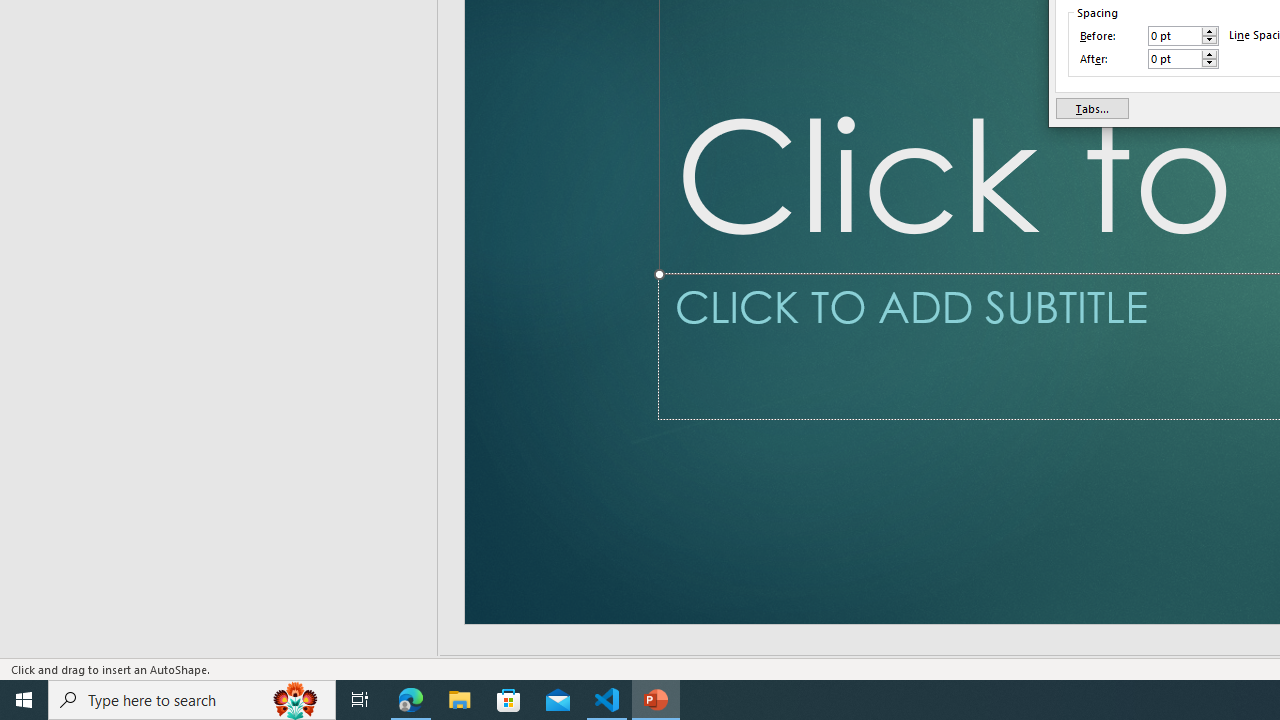 This screenshot has width=1280, height=720. What do you see at coordinates (1183, 36) in the screenshot?
I see `'Before'` at bounding box center [1183, 36].